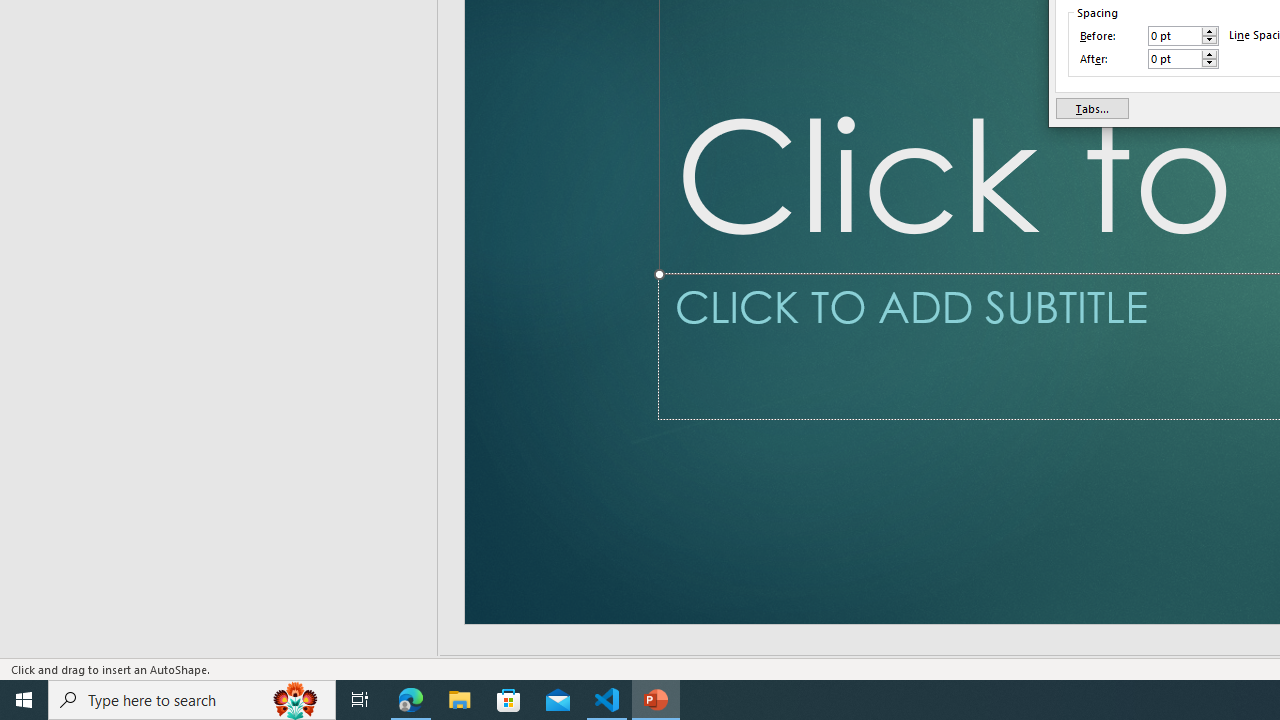 This screenshot has width=1280, height=720. What do you see at coordinates (1183, 36) in the screenshot?
I see `'Before'` at bounding box center [1183, 36].